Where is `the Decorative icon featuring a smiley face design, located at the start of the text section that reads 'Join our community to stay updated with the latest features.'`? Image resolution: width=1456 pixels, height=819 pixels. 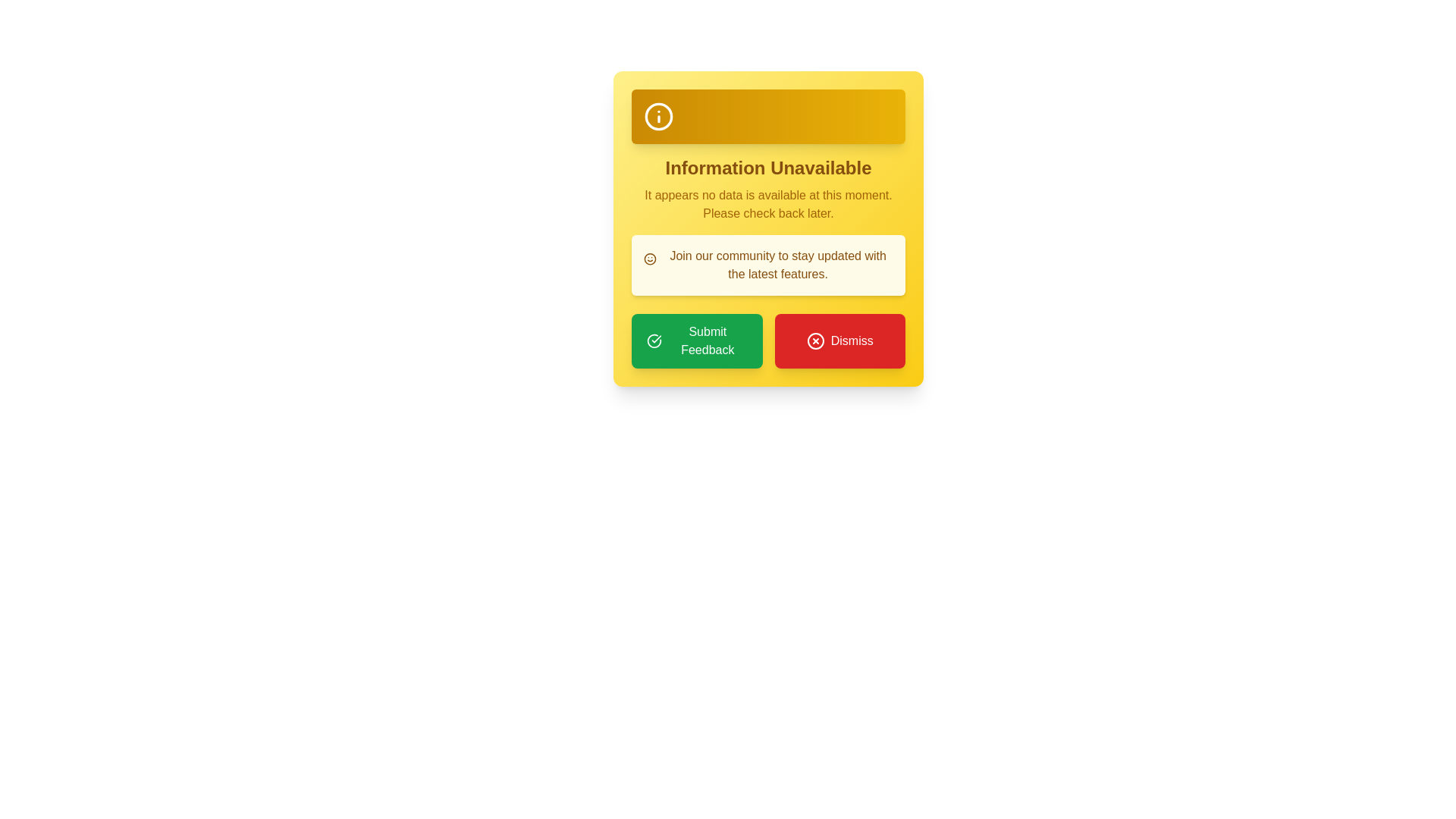
the Decorative icon featuring a smiley face design, located at the start of the text section that reads 'Join our community to stay updated with the latest features.' is located at coordinates (650, 259).